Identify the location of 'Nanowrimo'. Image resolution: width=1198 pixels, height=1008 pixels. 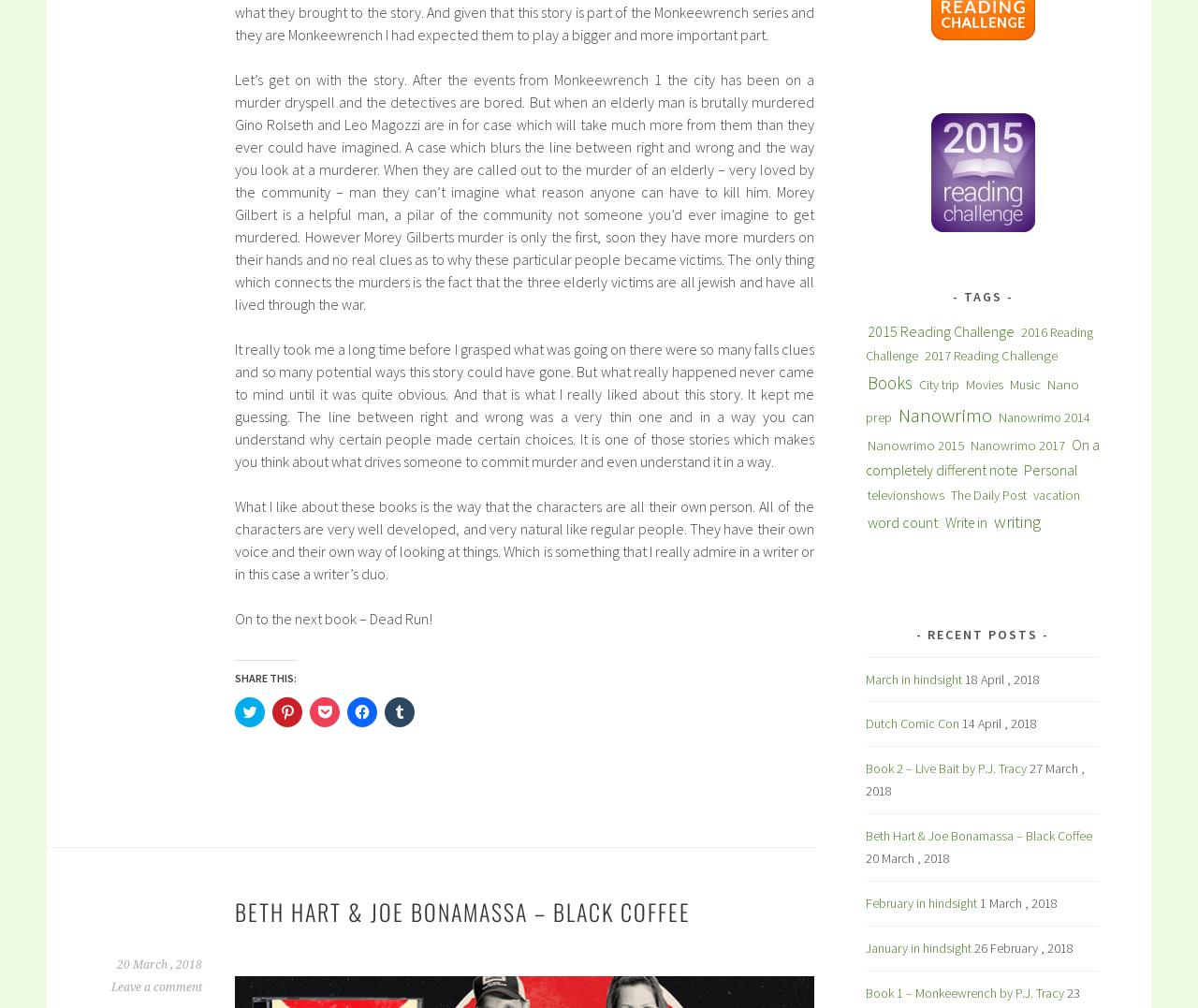
(945, 414).